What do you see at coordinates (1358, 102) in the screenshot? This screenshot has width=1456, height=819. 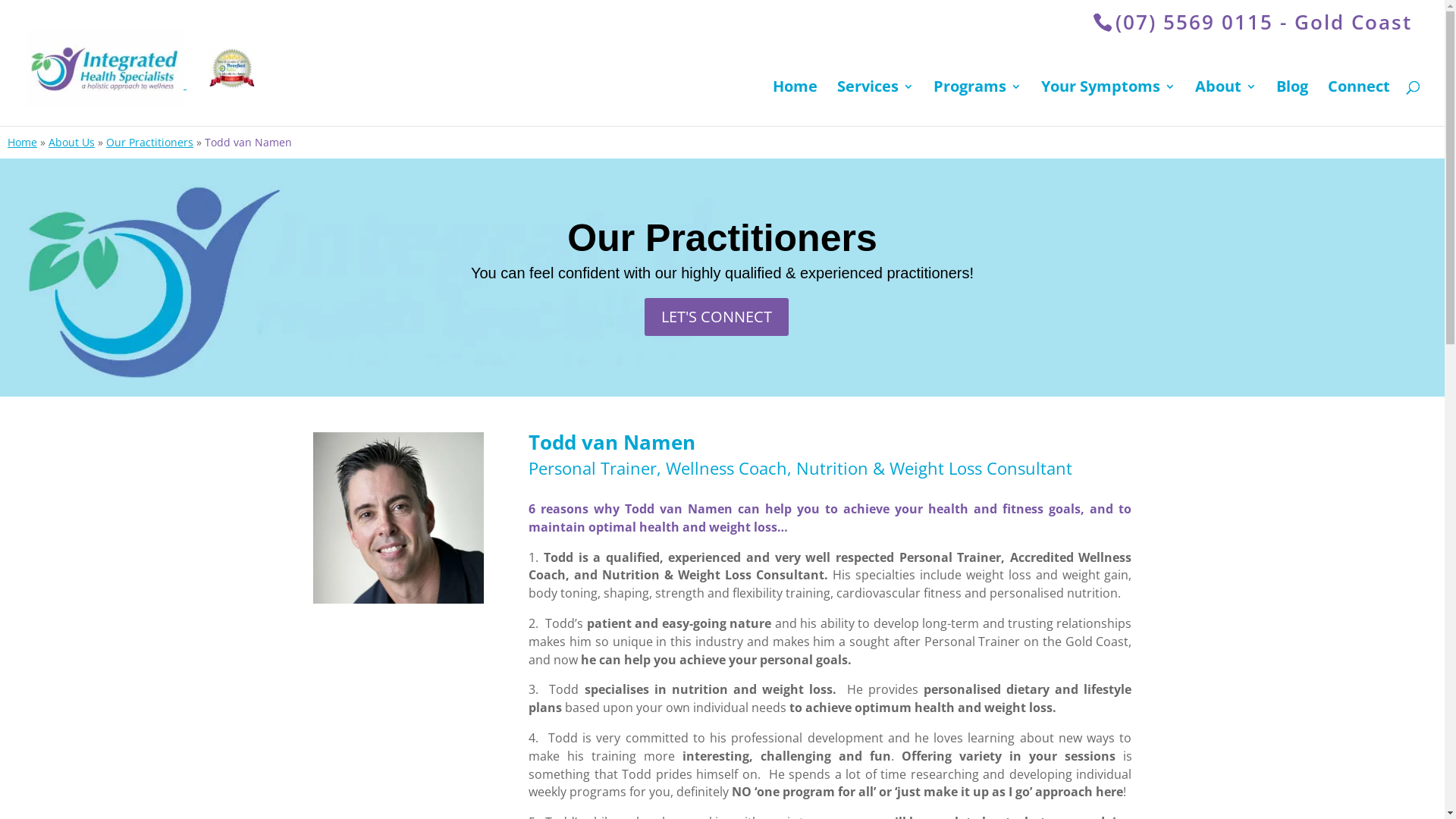 I see `'Connect'` at bounding box center [1358, 102].